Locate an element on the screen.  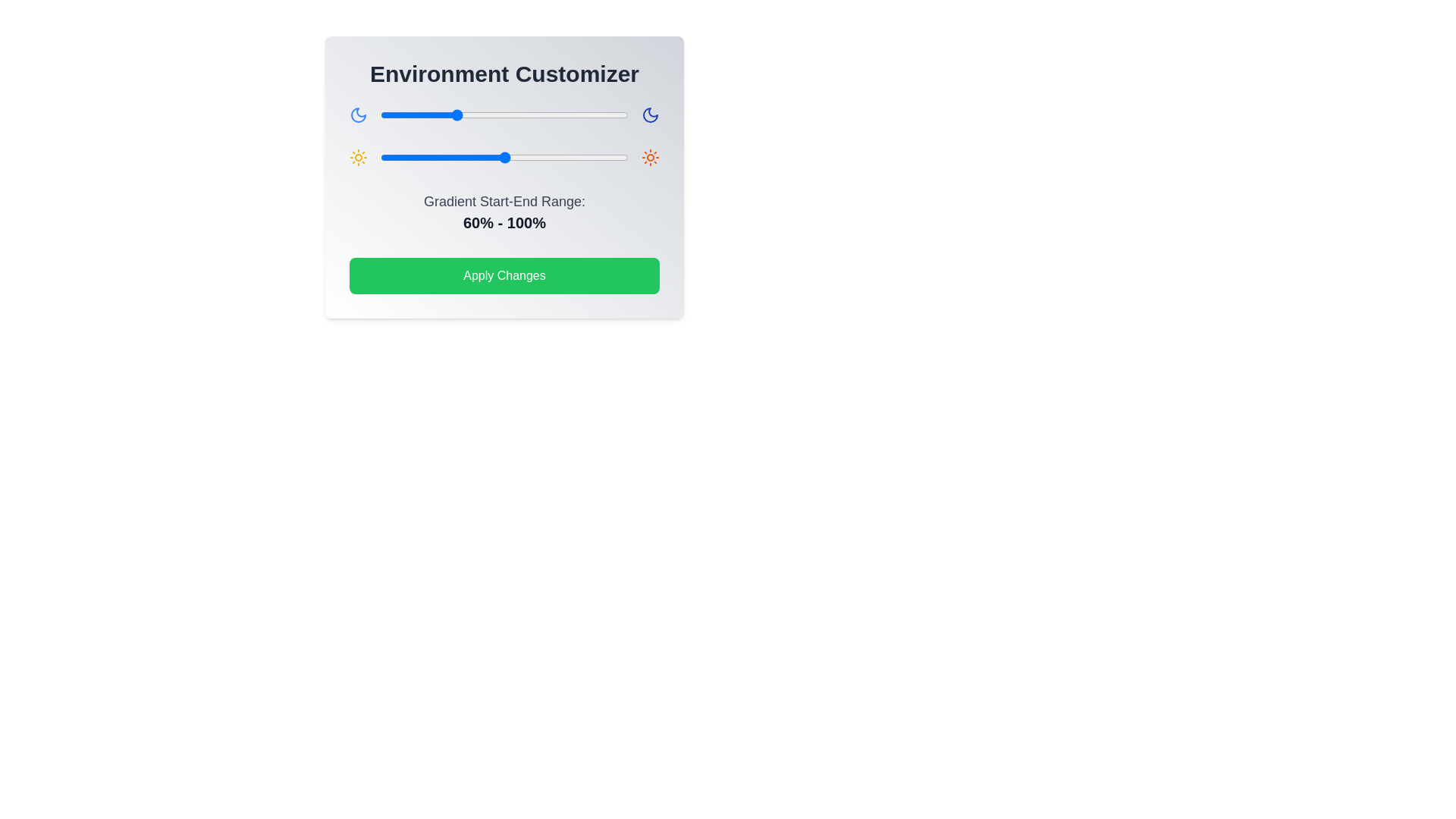
'Apply Changes' button to apply the current settings is located at coordinates (504, 275).